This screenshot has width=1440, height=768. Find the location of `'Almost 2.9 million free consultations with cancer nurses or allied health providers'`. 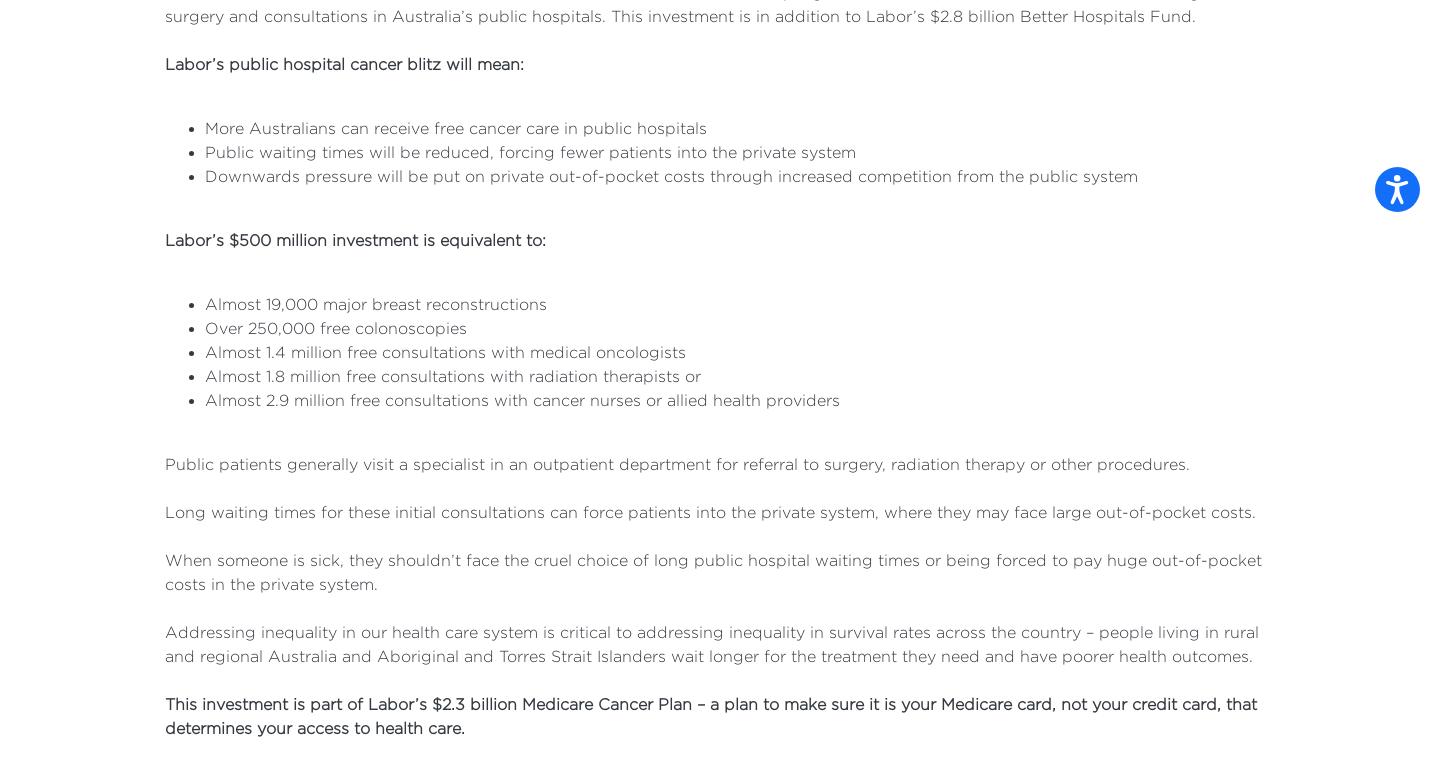

'Almost 2.9 million free consultations with cancer nurses or allied health providers' is located at coordinates (521, 398).